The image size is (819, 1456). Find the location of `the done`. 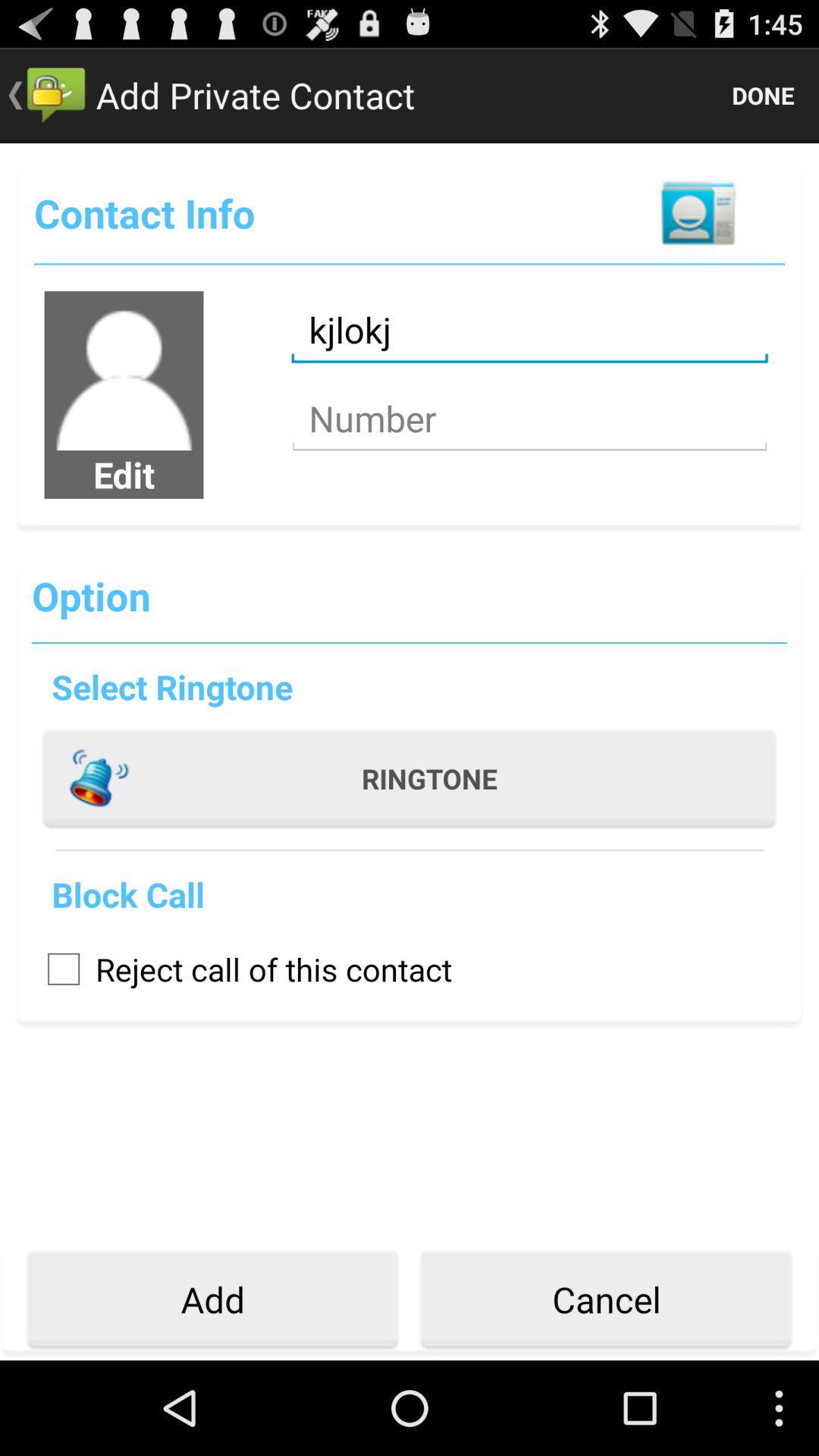

the done is located at coordinates (763, 94).